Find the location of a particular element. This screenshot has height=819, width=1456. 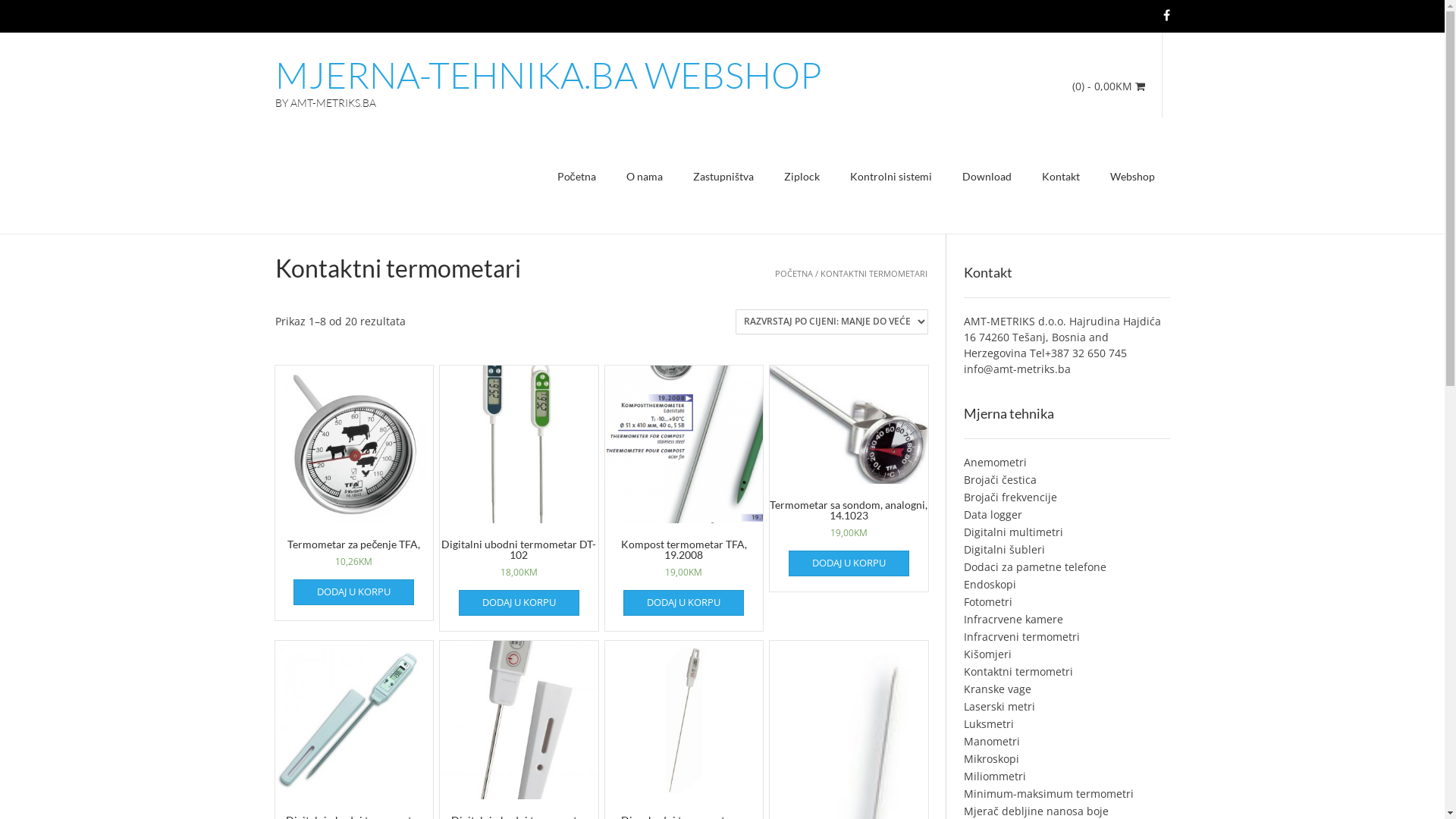

'Webshop' is located at coordinates (1132, 177).